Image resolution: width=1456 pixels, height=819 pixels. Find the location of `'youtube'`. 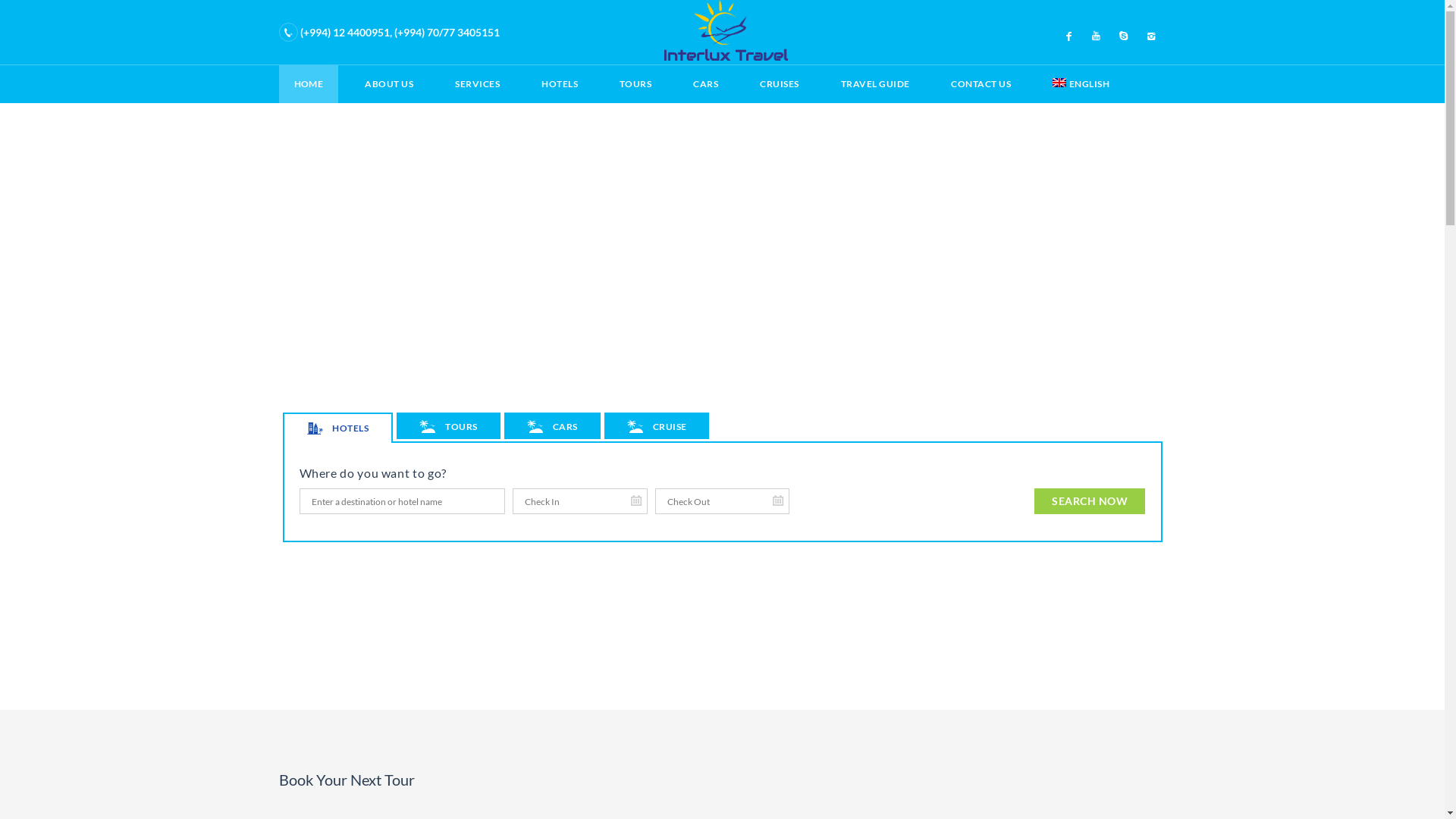

'youtube' is located at coordinates (1096, 34).